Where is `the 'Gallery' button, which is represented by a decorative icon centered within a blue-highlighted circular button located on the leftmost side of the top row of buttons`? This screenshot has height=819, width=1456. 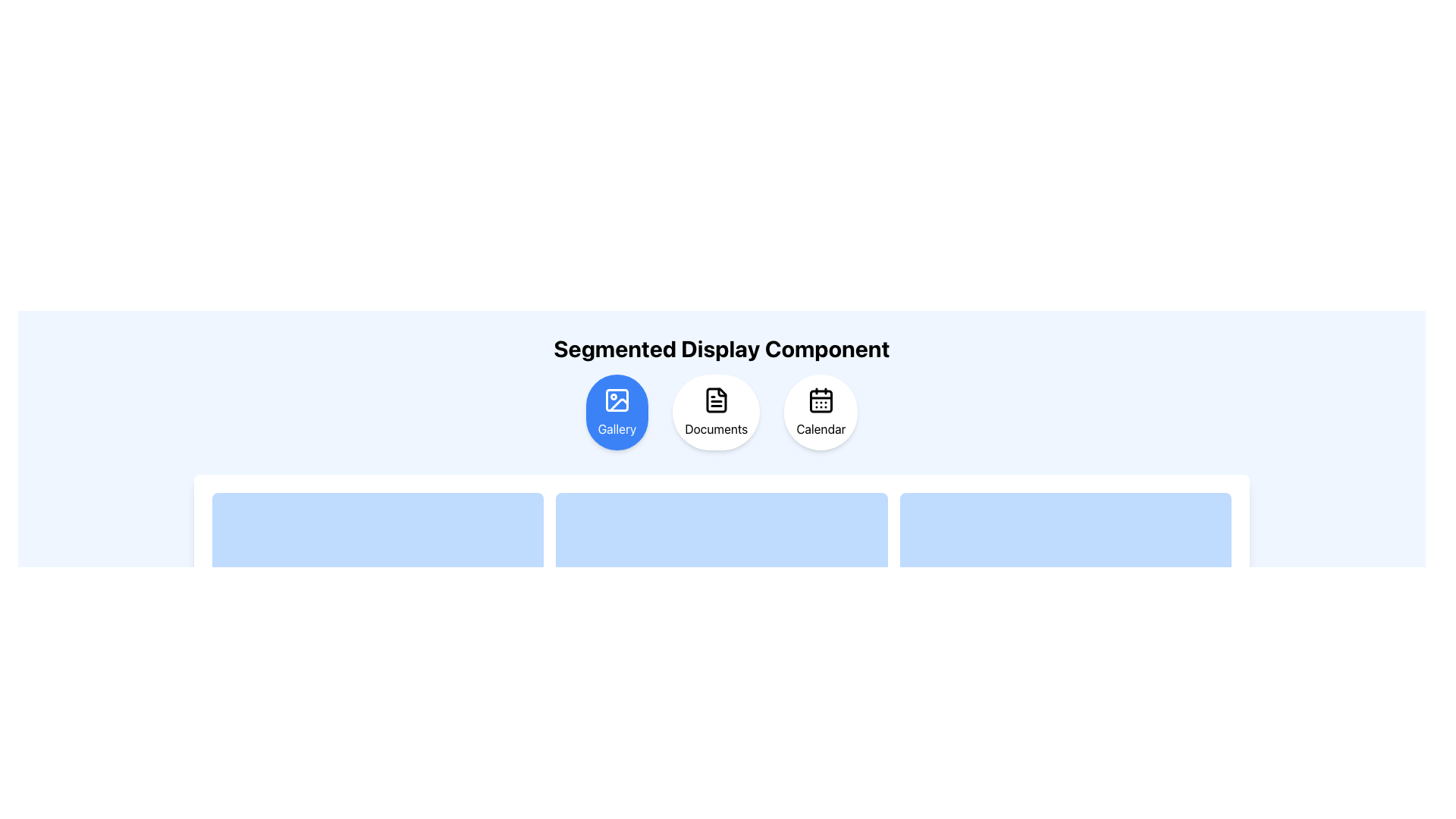 the 'Gallery' button, which is represented by a decorative icon centered within a blue-highlighted circular button located on the leftmost side of the top row of buttons is located at coordinates (617, 400).